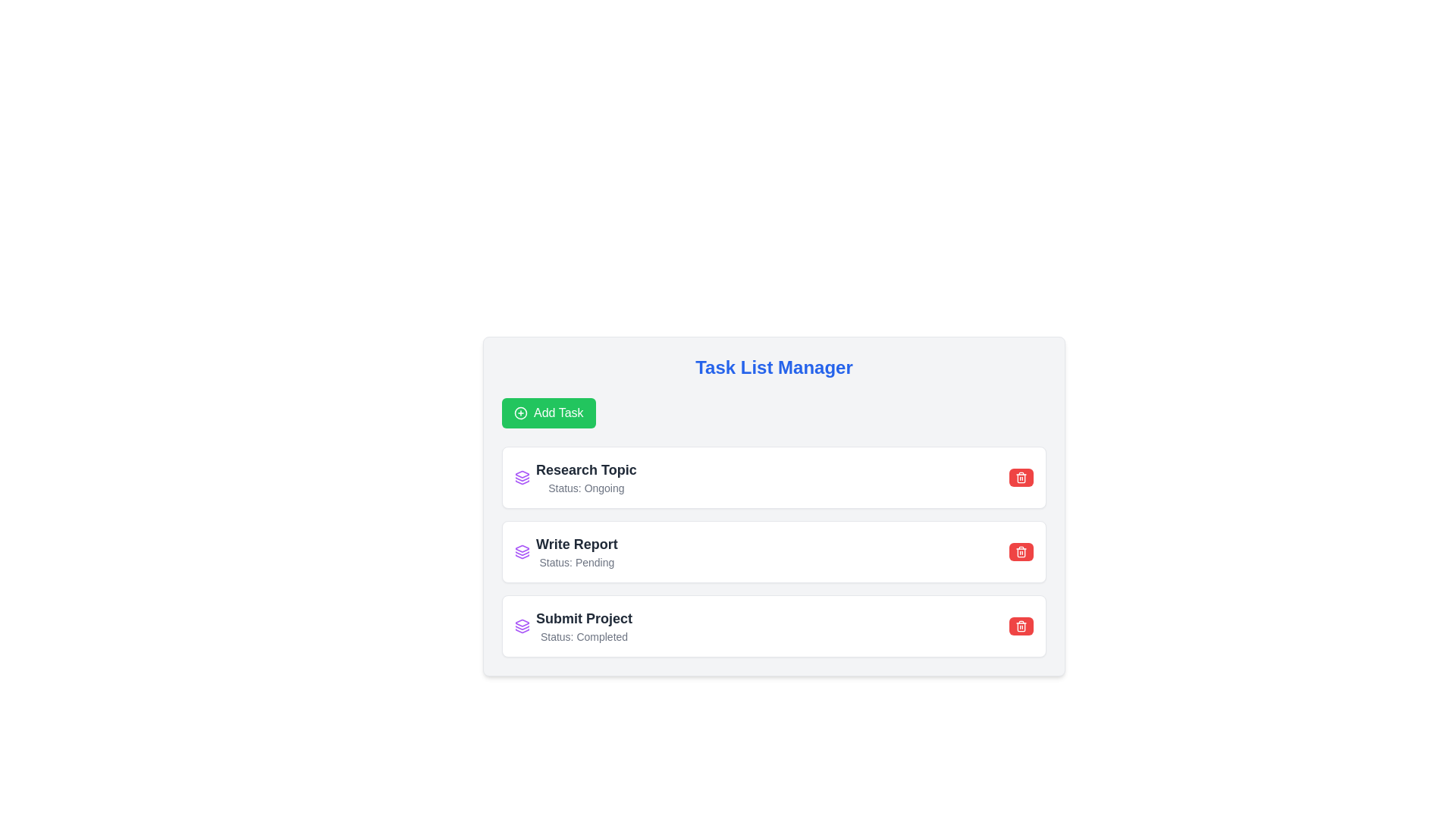 The height and width of the screenshot is (819, 1456). What do you see at coordinates (548, 413) in the screenshot?
I see `the green 'Add Task' button located beneath the 'Task List Manager' heading` at bounding box center [548, 413].